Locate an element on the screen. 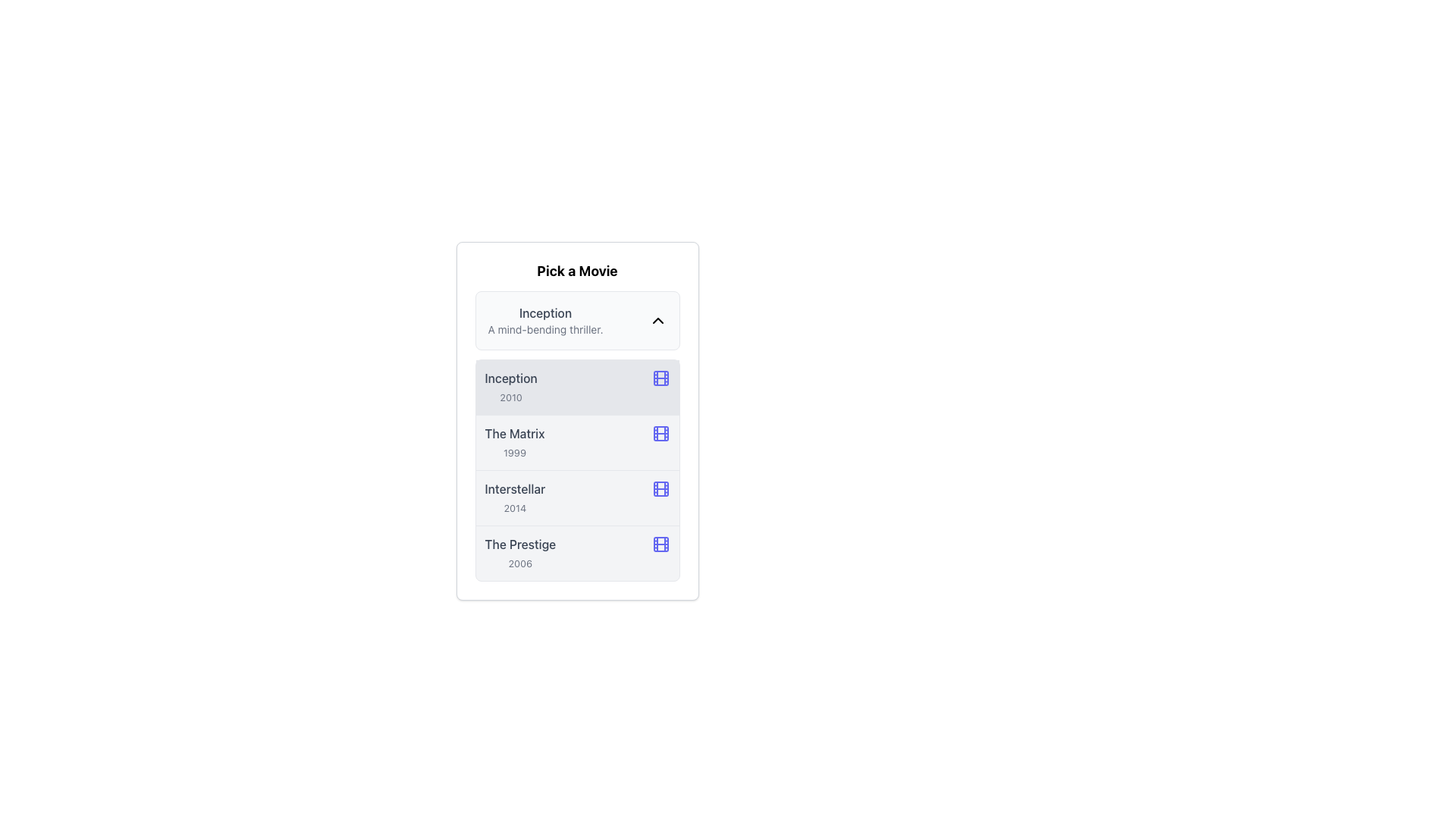 The image size is (1456, 819). the collapse/expand icon for the 'Inception' movie entry is located at coordinates (657, 320).